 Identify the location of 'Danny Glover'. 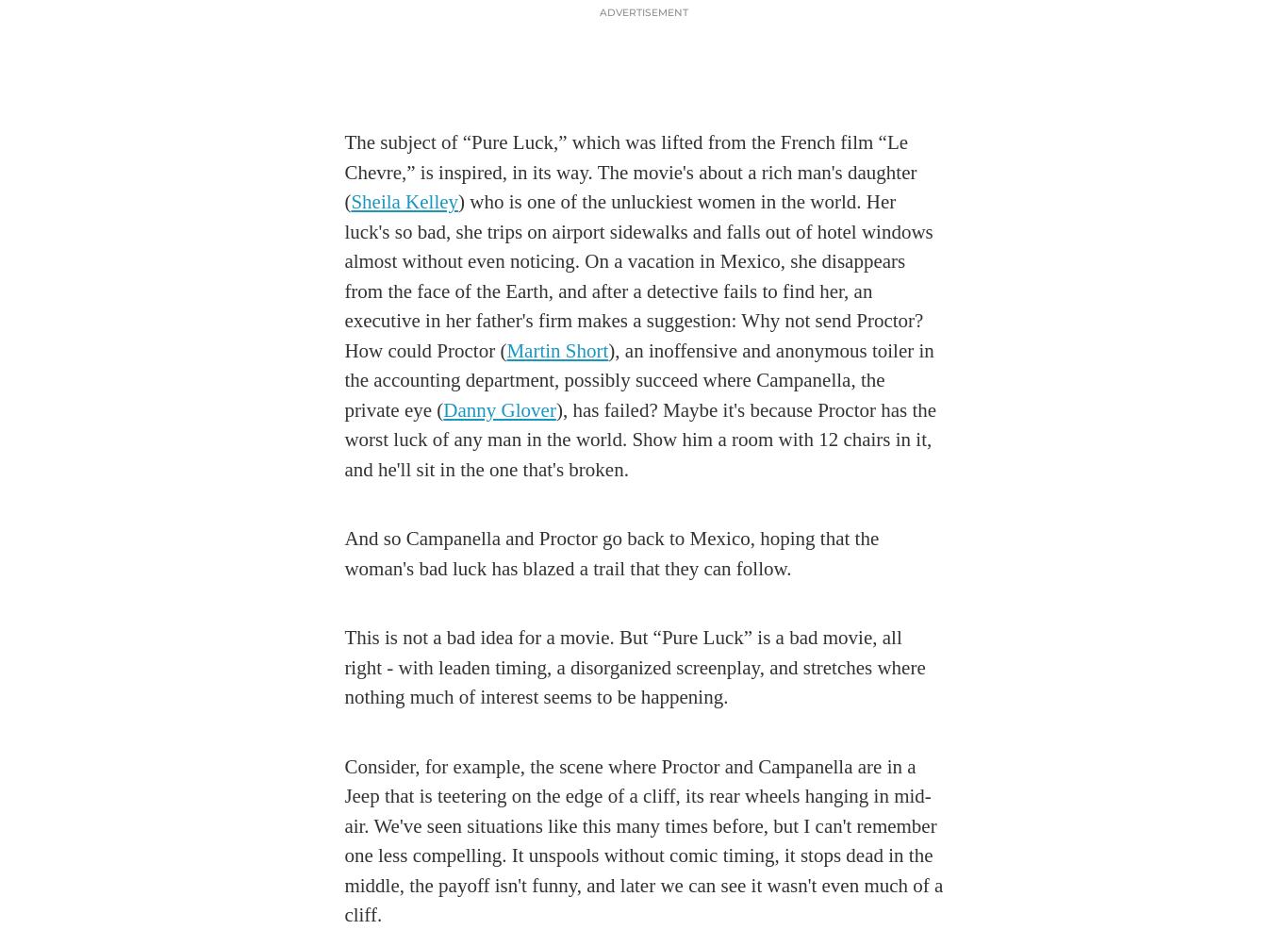
(499, 409).